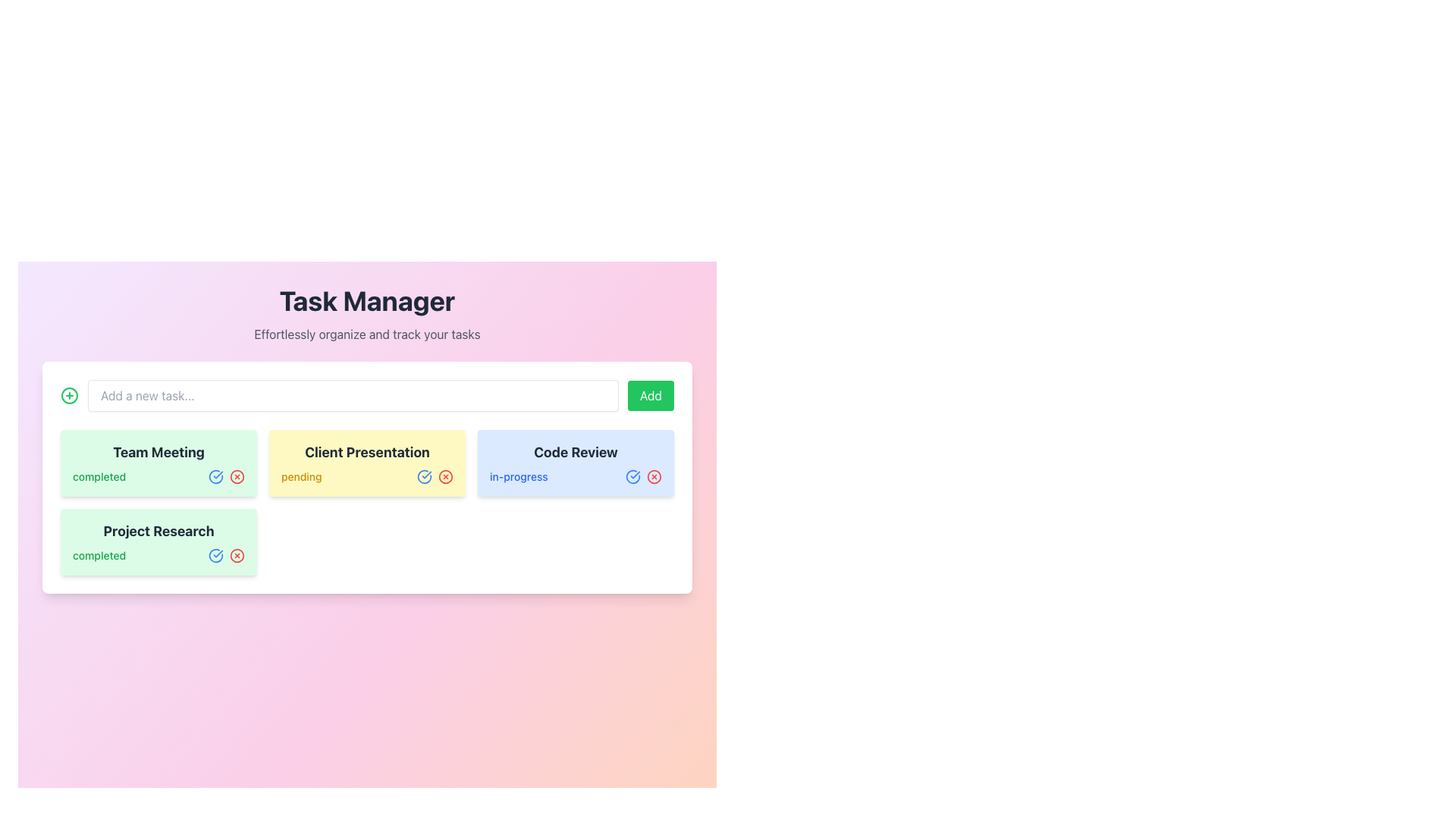 Image resolution: width=1456 pixels, height=819 pixels. What do you see at coordinates (158, 531) in the screenshot?
I see `the text label displaying 'Project Research' from its position in the third task card` at bounding box center [158, 531].